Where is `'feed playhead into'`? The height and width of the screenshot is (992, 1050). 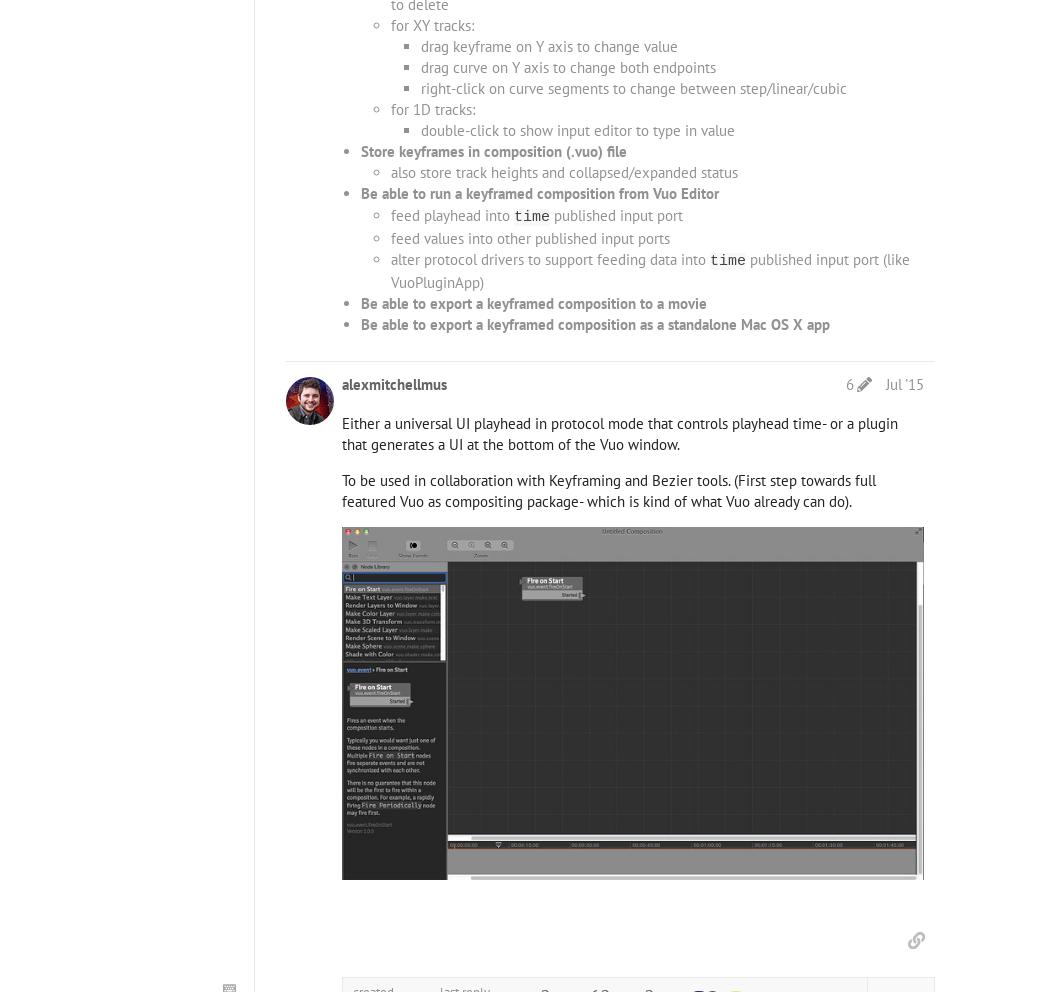
'feed playhead into' is located at coordinates (451, 214).